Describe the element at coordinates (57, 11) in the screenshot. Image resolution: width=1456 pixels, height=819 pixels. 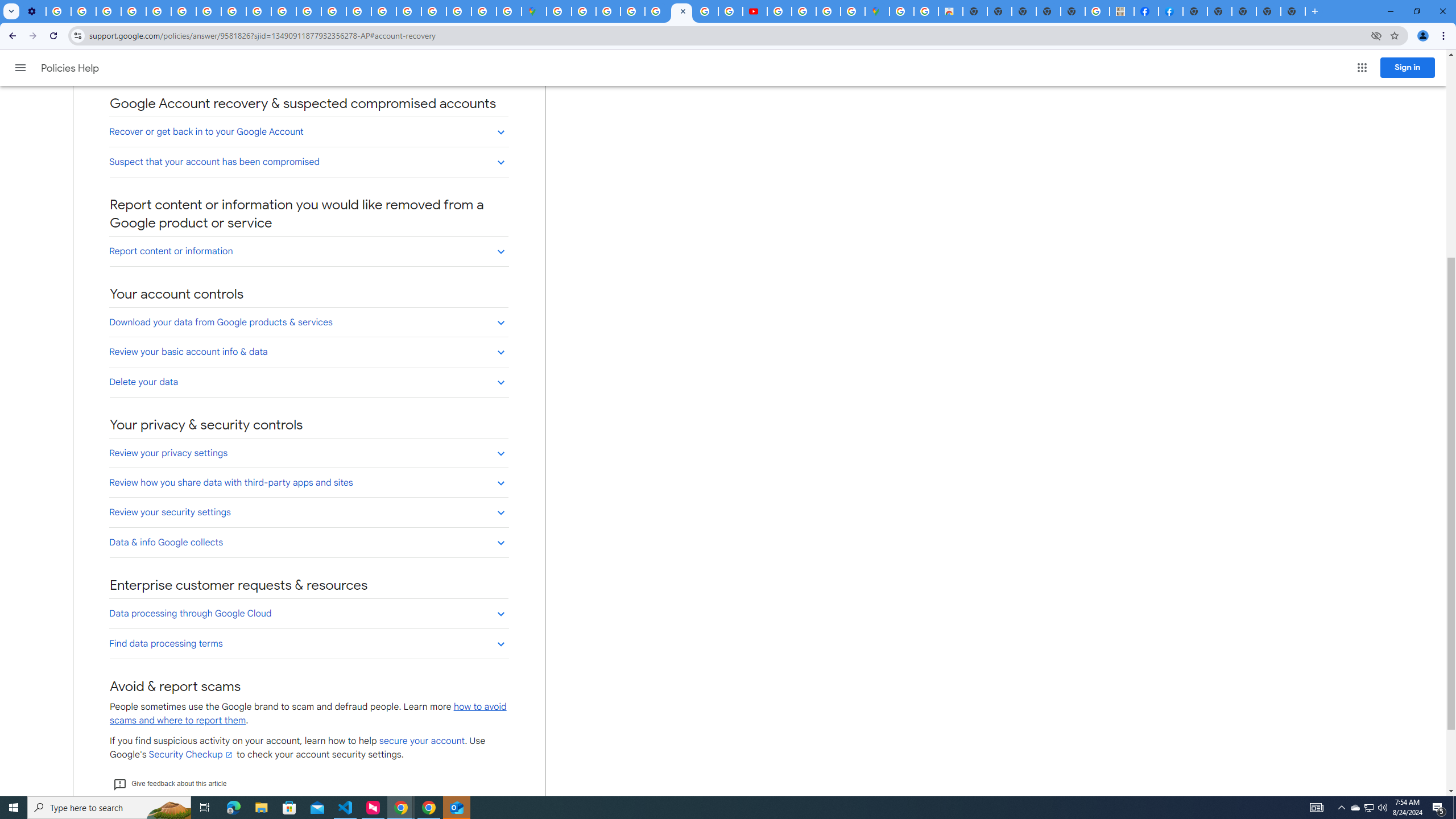
I see `'Delete photos & videos - Computer - Google Photos Help'` at that location.